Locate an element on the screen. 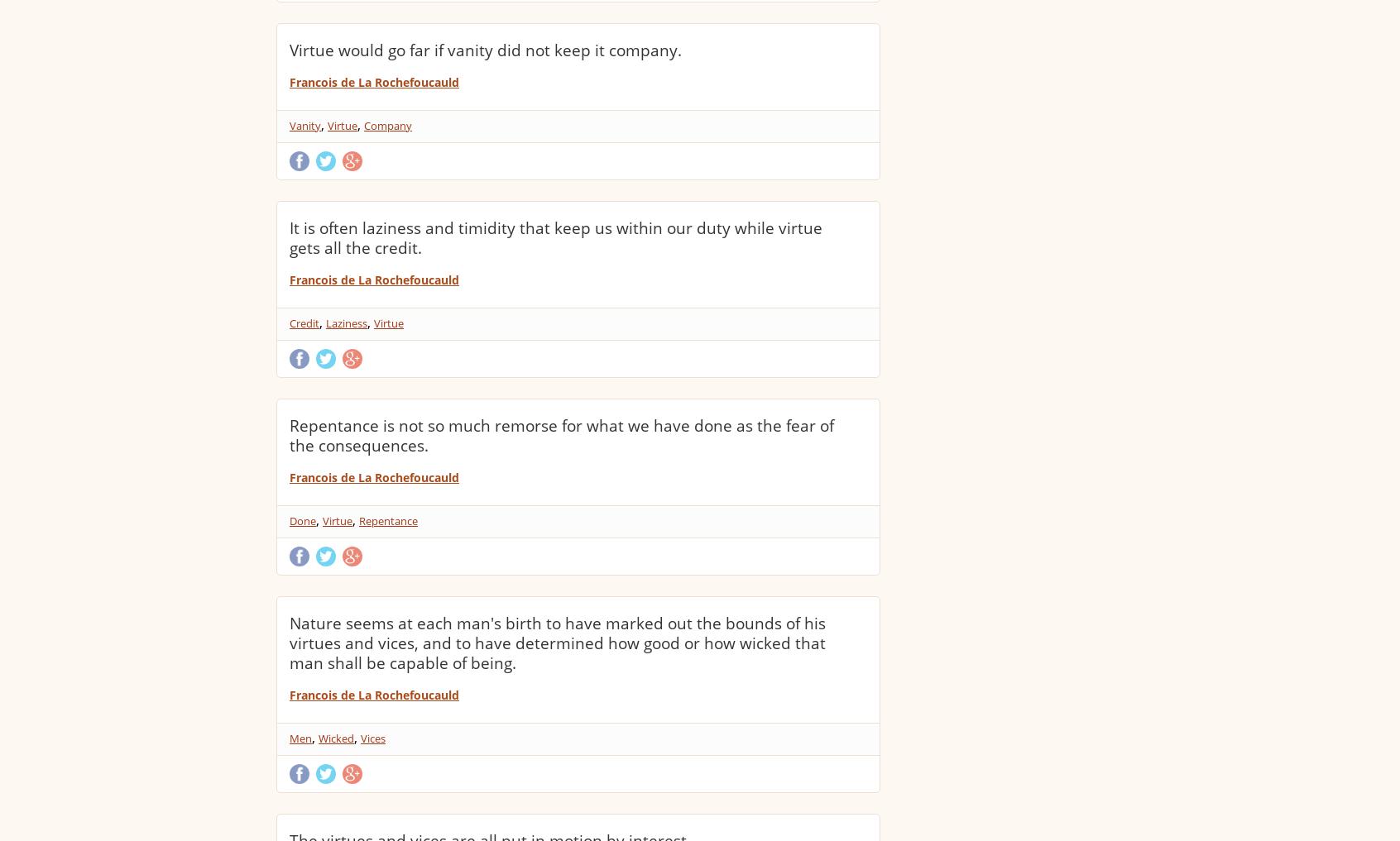 This screenshot has height=841, width=1400. 'Men' is located at coordinates (300, 738).